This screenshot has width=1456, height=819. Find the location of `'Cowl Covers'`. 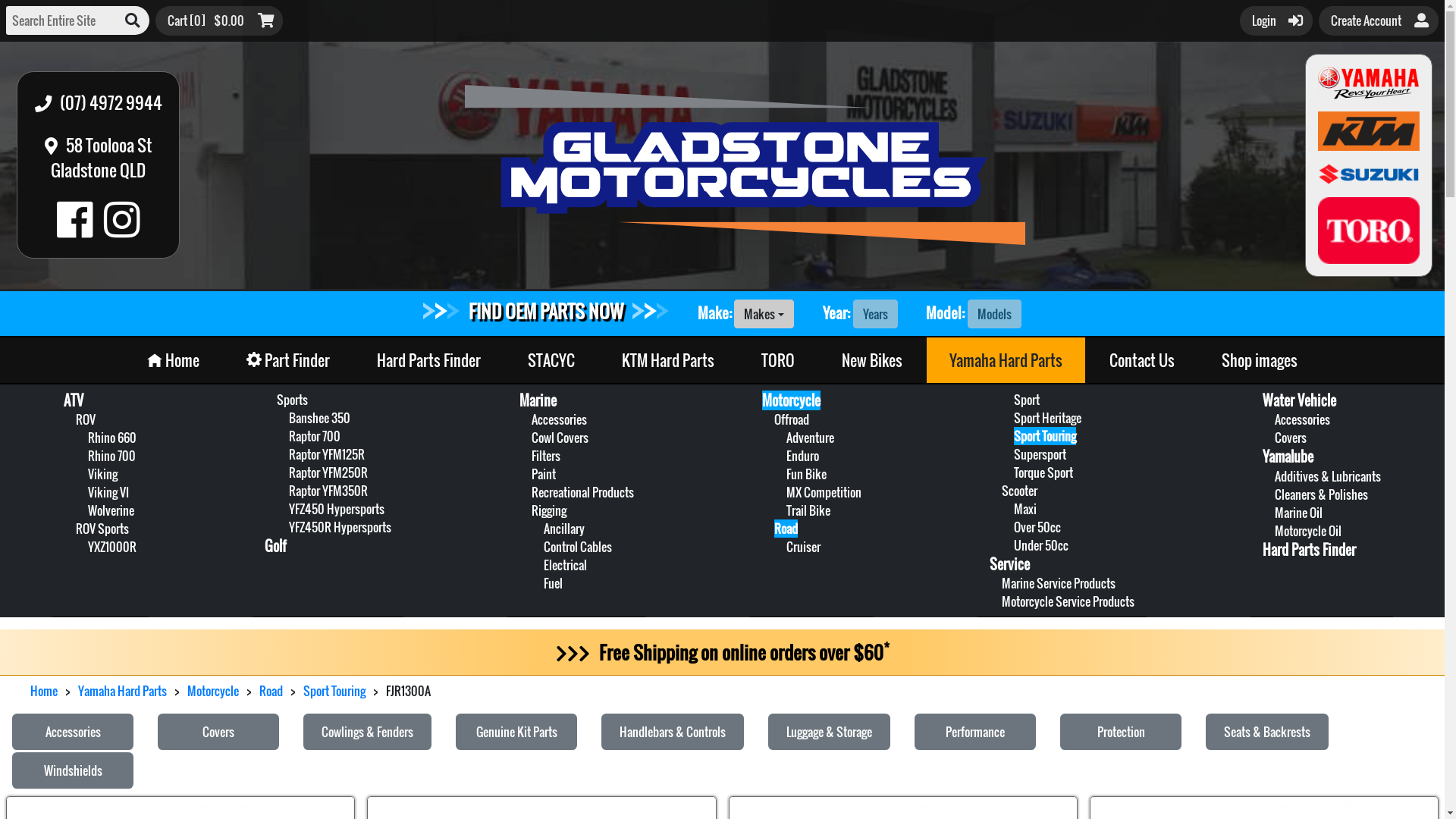

'Cowl Covers' is located at coordinates (531, 438).